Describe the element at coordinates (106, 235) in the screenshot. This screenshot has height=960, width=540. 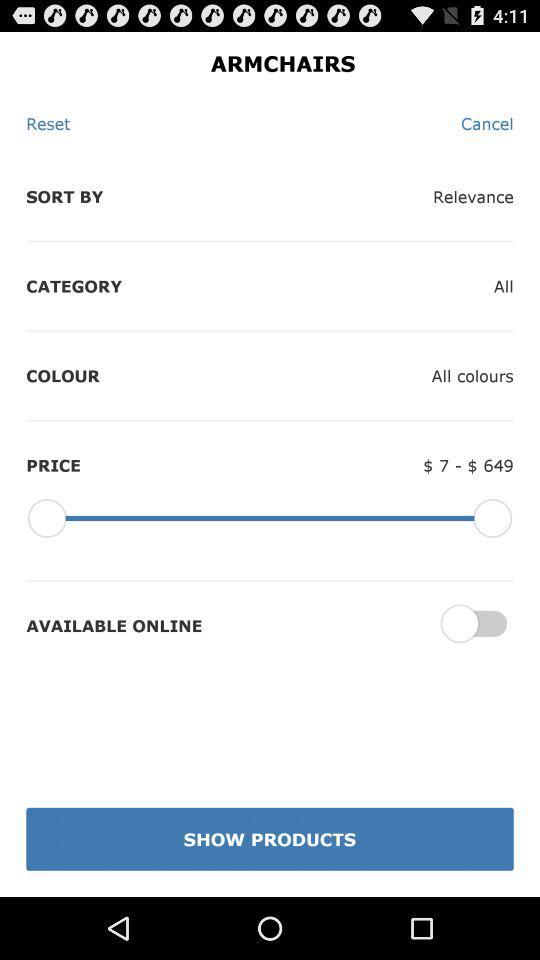
I see `the options sort by and category` at that location.